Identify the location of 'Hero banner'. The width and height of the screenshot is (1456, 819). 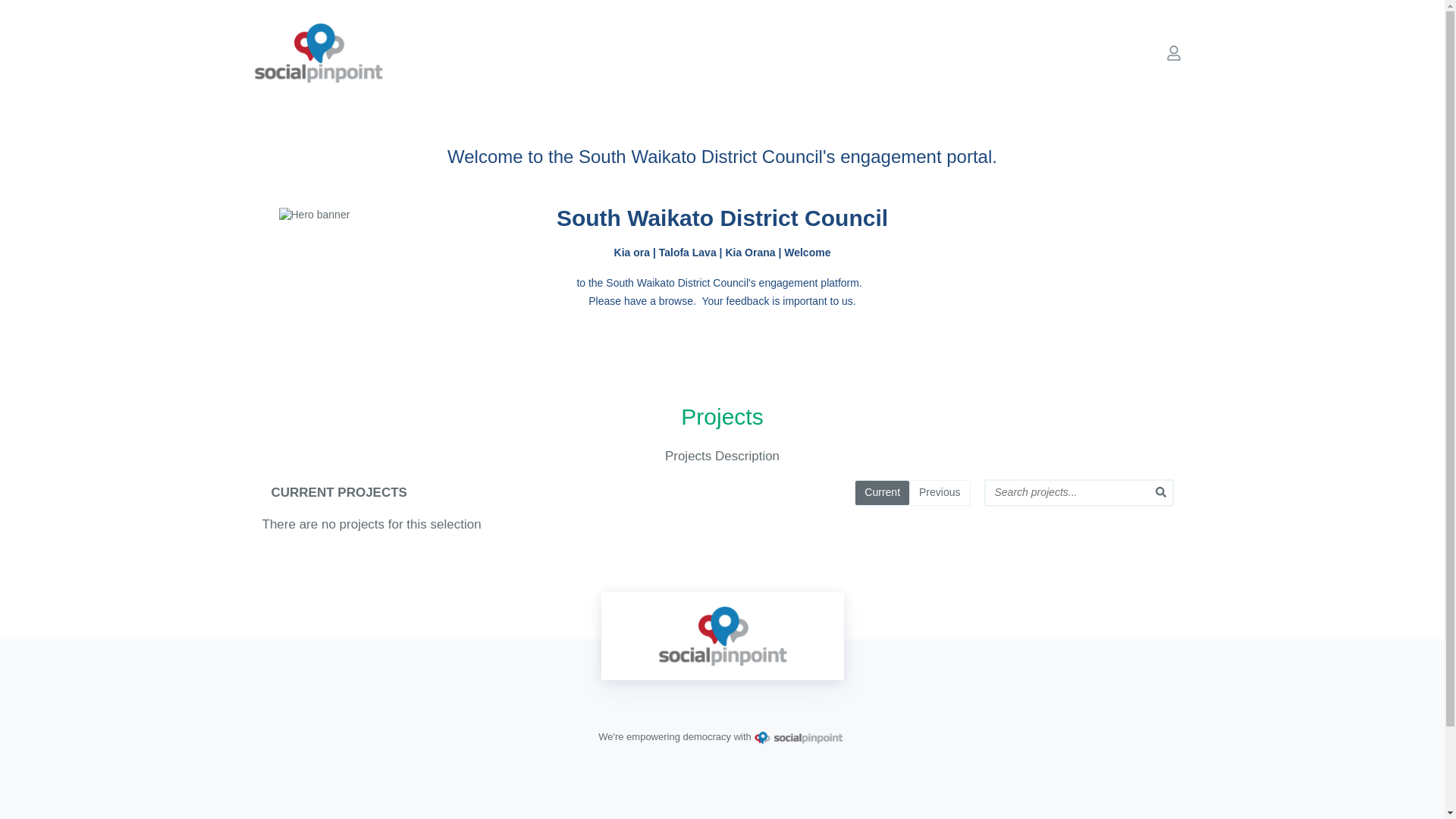
(722, 215).